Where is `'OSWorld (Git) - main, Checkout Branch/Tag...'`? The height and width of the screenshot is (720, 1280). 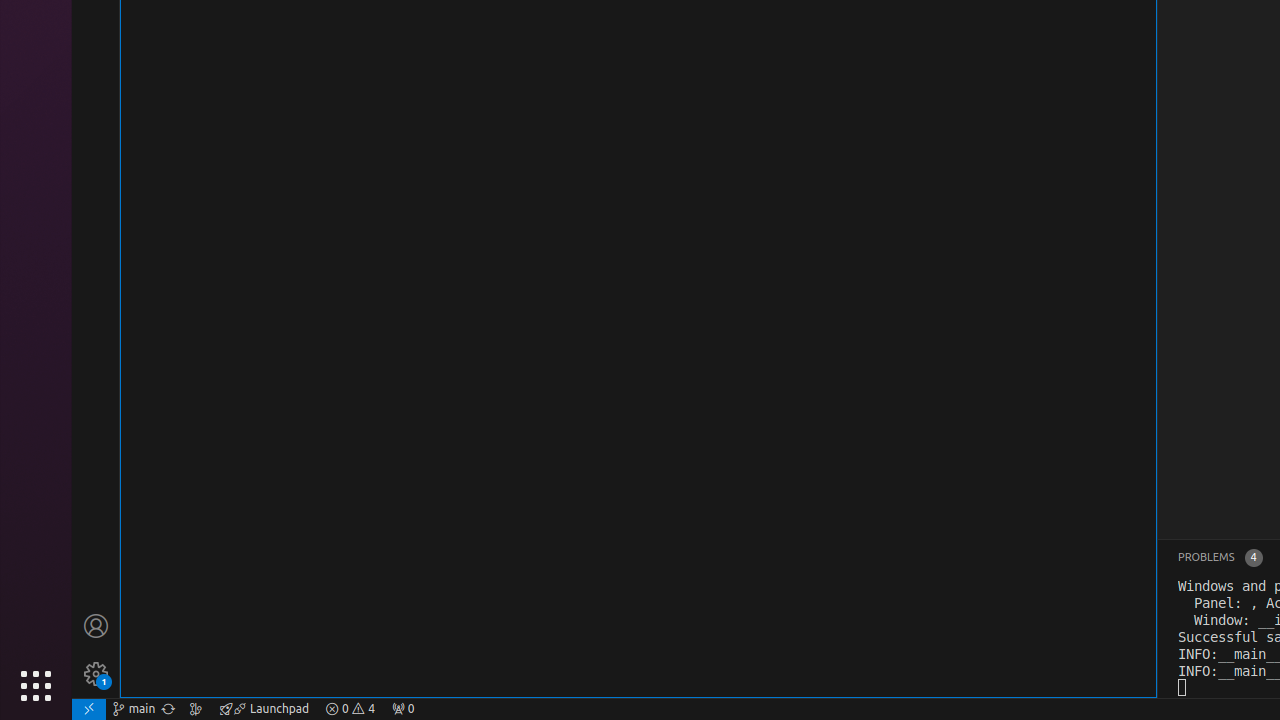
'OSWorld (Git) - main, Checkout Branch/Tag...' is located at coordinates (133, 707).